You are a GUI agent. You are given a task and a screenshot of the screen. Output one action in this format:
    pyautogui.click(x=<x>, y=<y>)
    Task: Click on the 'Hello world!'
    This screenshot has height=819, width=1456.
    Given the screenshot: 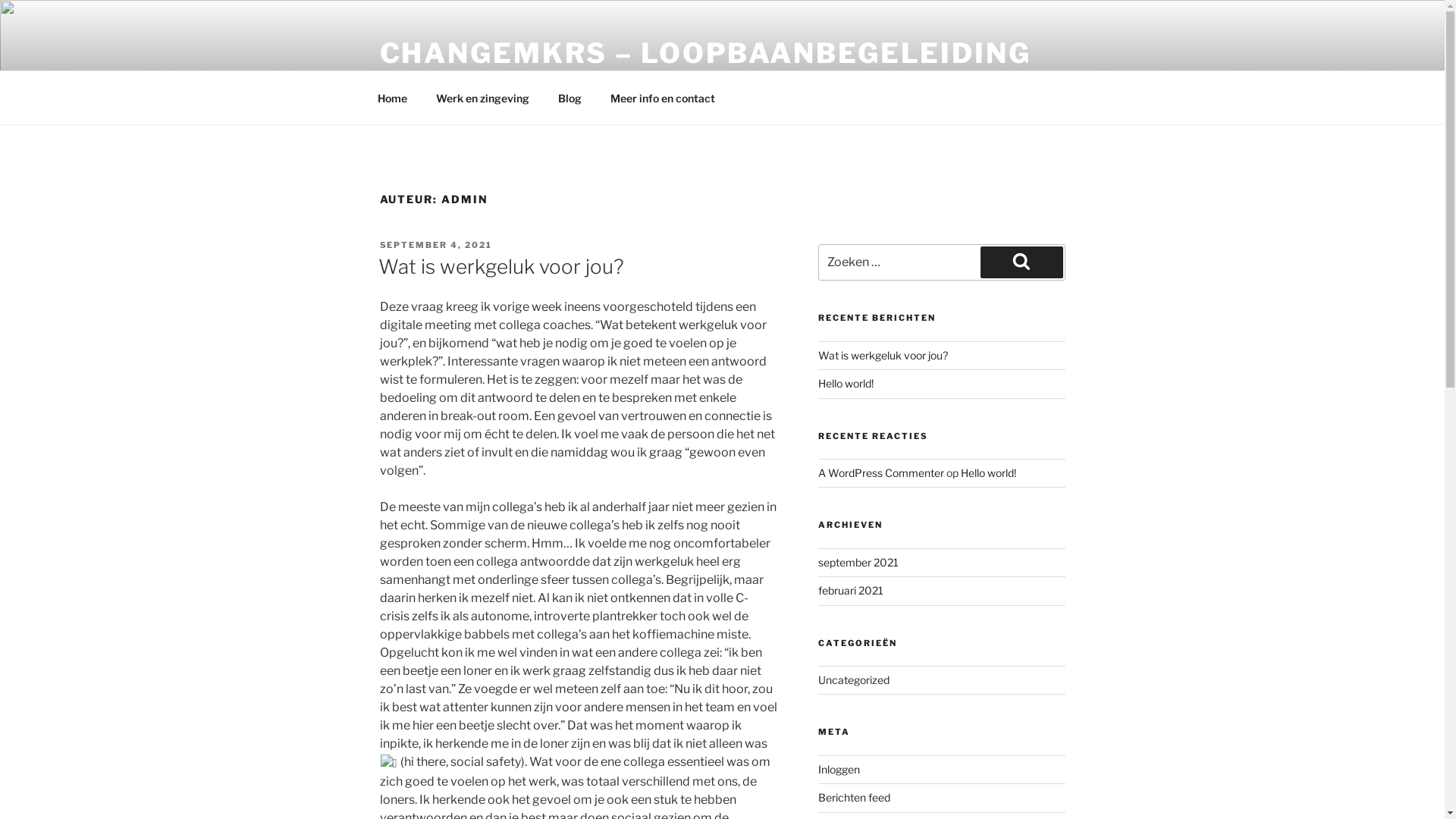 What is the action you would take?
    pyautogui.click(x=988, y=472)
    